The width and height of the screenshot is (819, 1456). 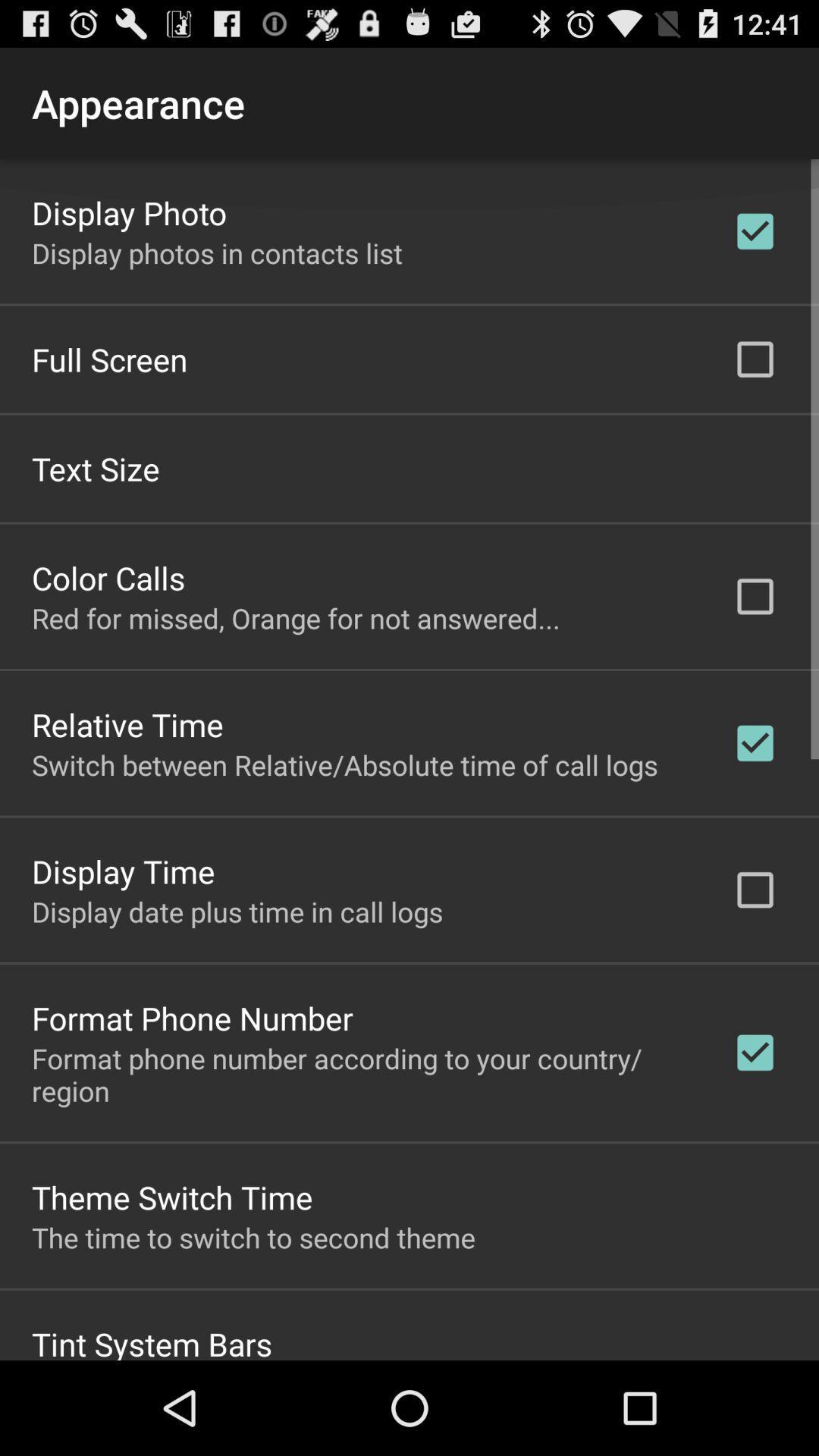 I want to click on the tint system bars app, so click(x=152, y=1341).